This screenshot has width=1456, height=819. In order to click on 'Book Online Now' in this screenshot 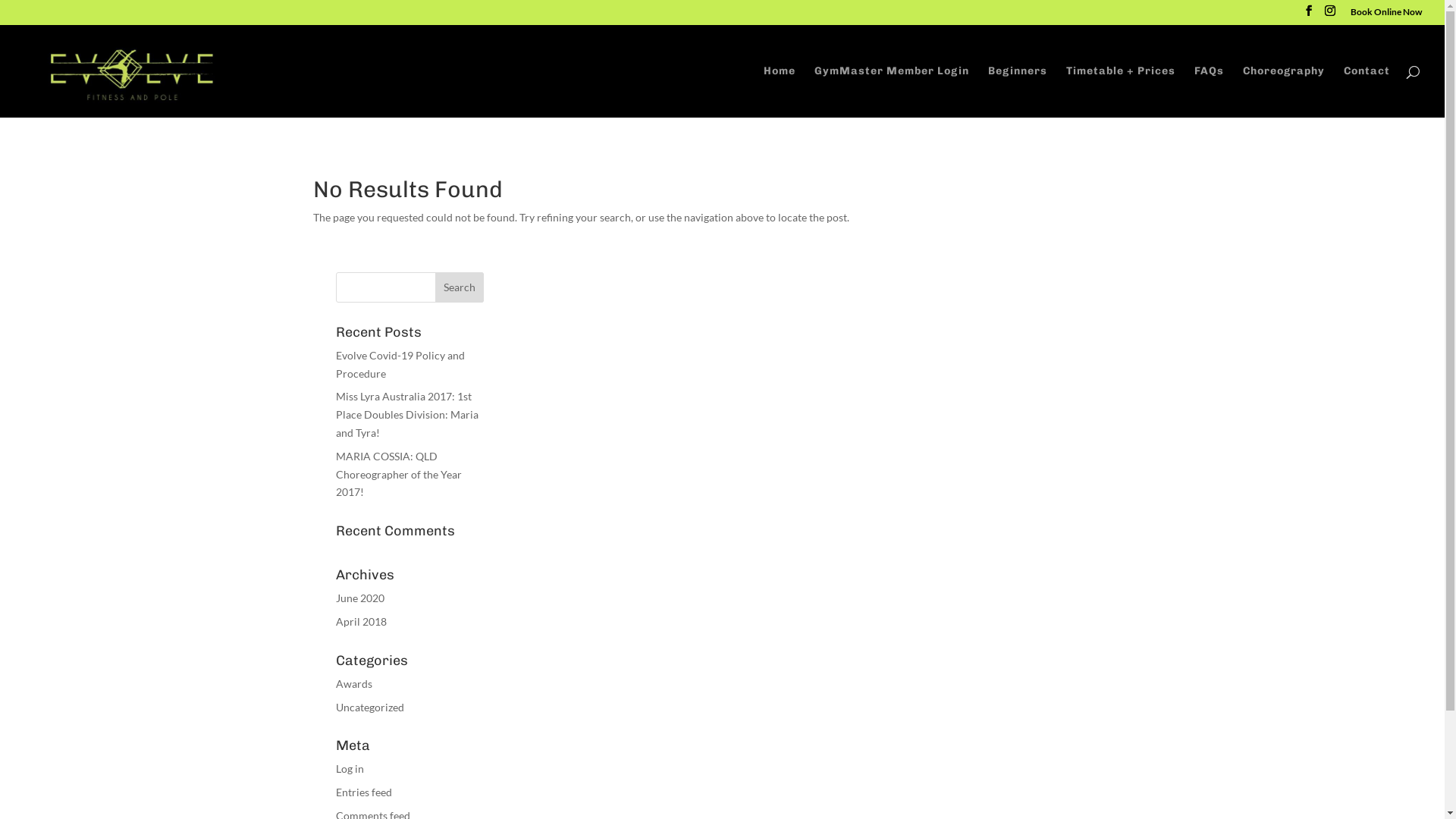, I will do `click(1386, 15)`.